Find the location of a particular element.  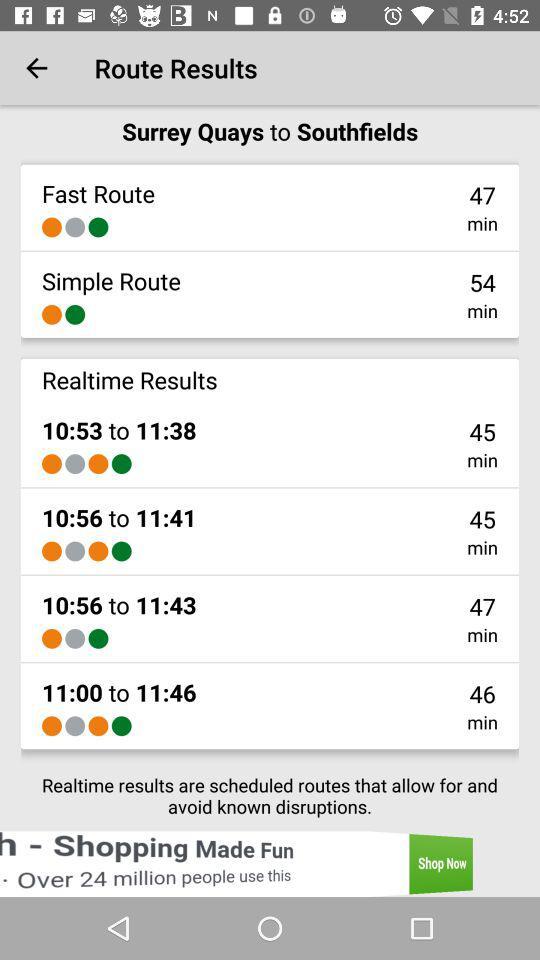

item below 10 53 to item is located at coordinates (121, 464).